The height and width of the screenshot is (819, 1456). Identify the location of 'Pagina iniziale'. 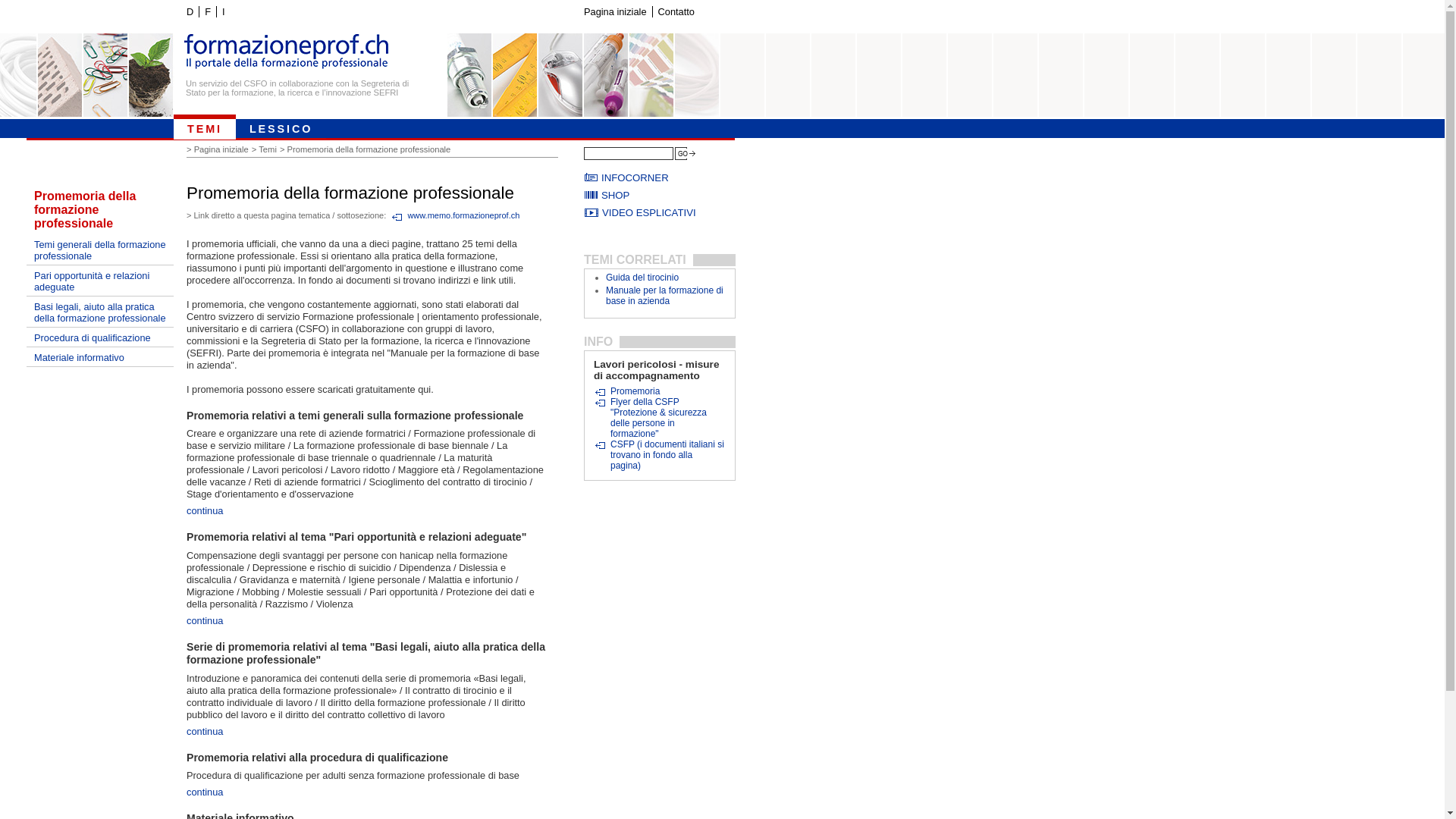
(615, 11).